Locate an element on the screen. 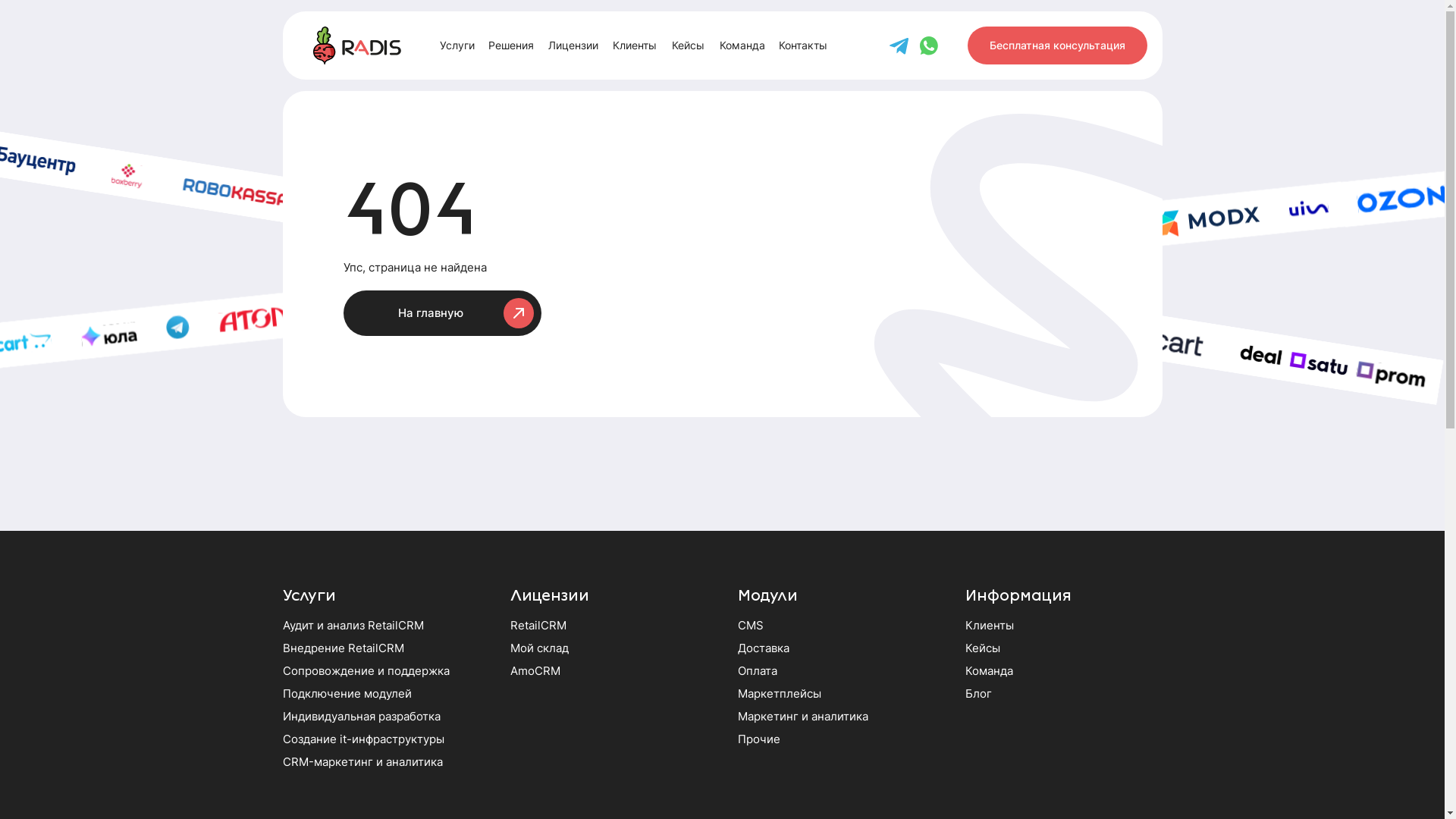 The image size is (1456, 819). 'AmoCRM' is located at coordinates (535, 670).